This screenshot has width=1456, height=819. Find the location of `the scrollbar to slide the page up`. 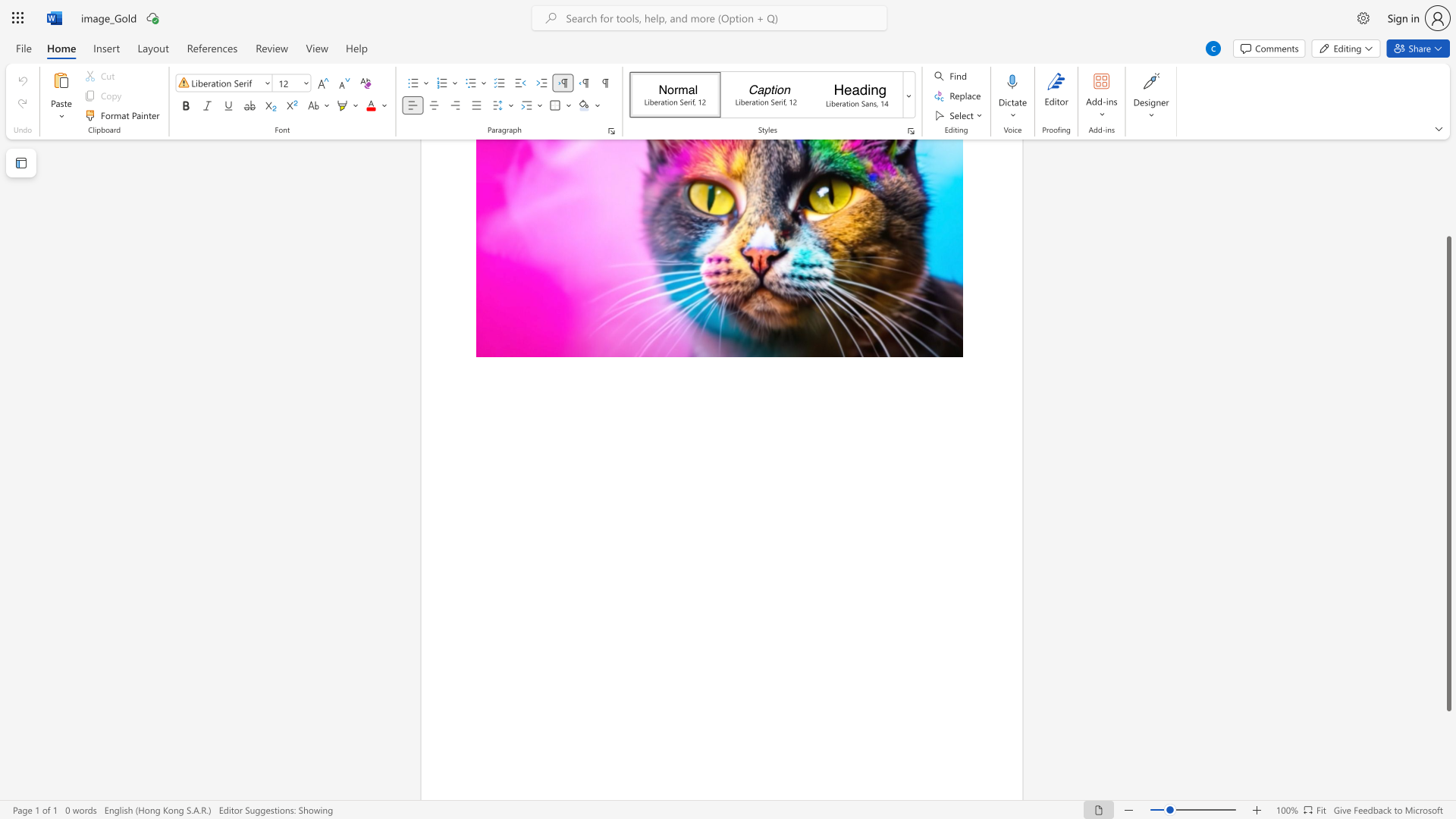

the scrollbar to slide the page up is located at coordinates (1448, 166).